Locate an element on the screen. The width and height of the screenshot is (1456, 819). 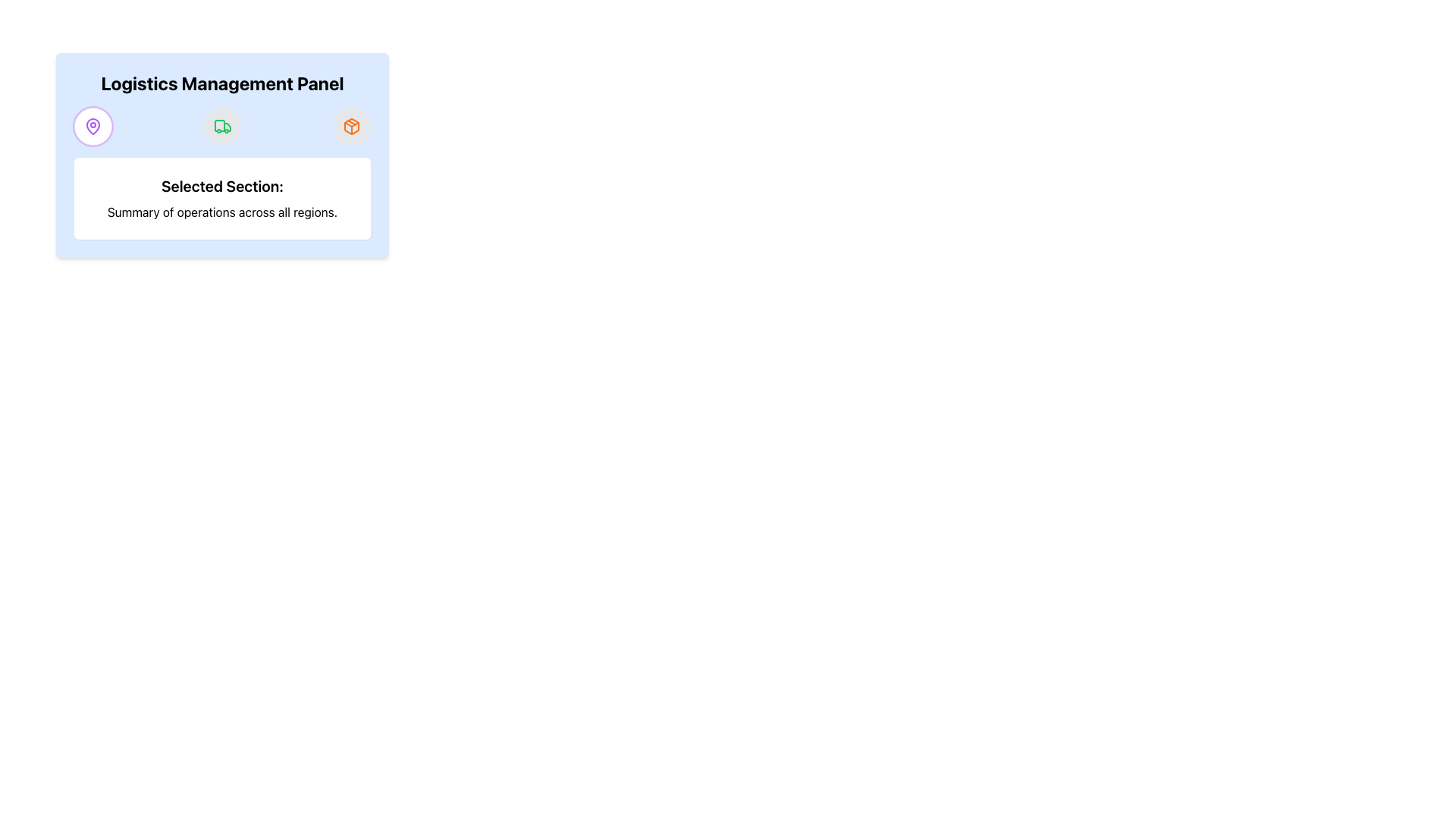
the circular button with a light-gray background and a green truck icon, which is the middle button in a row of three buttons, located between a purple pin icon and an orange package icon is located at coordinates (221, 125).